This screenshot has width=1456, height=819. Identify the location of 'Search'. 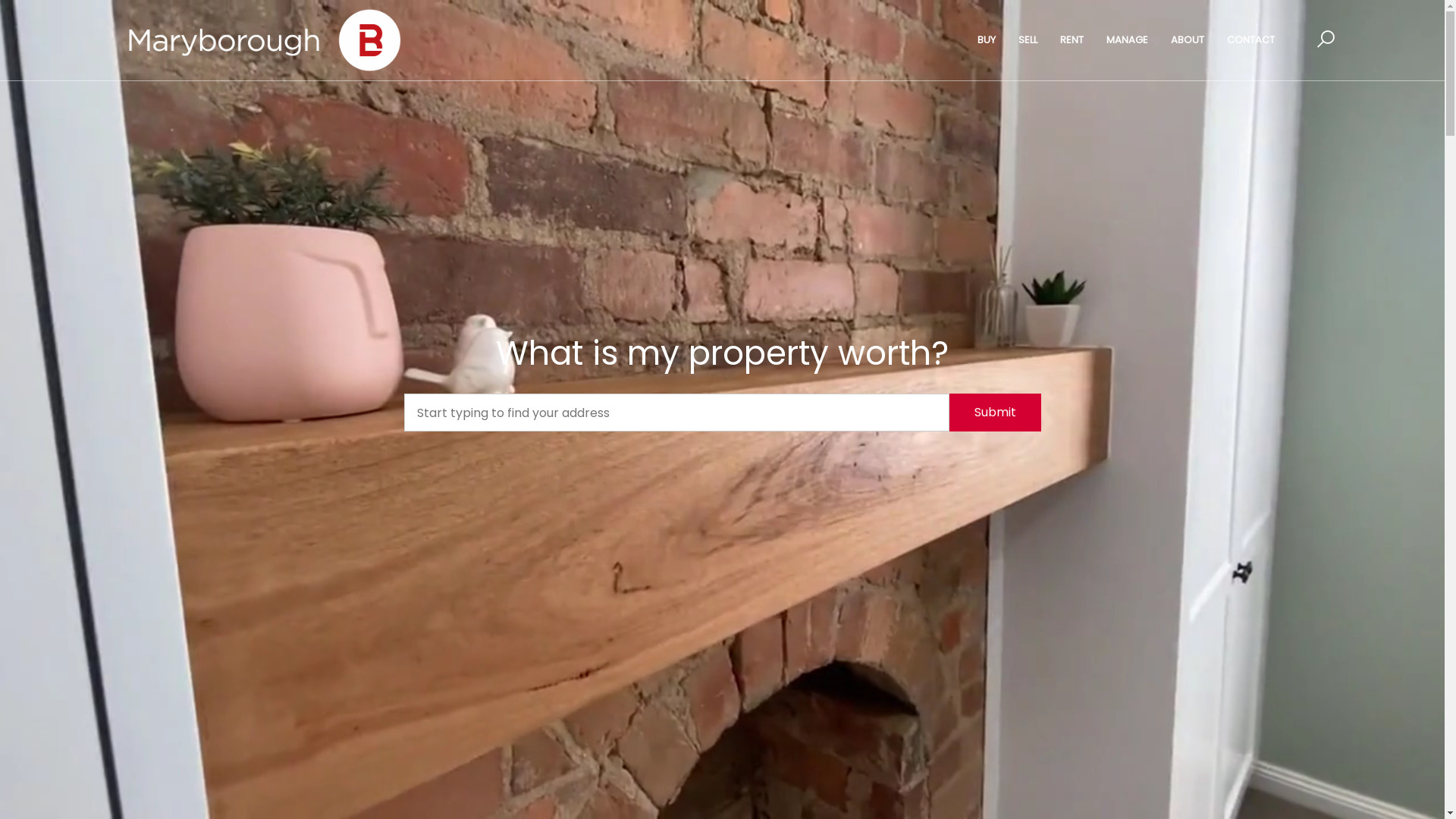
(952, 133).